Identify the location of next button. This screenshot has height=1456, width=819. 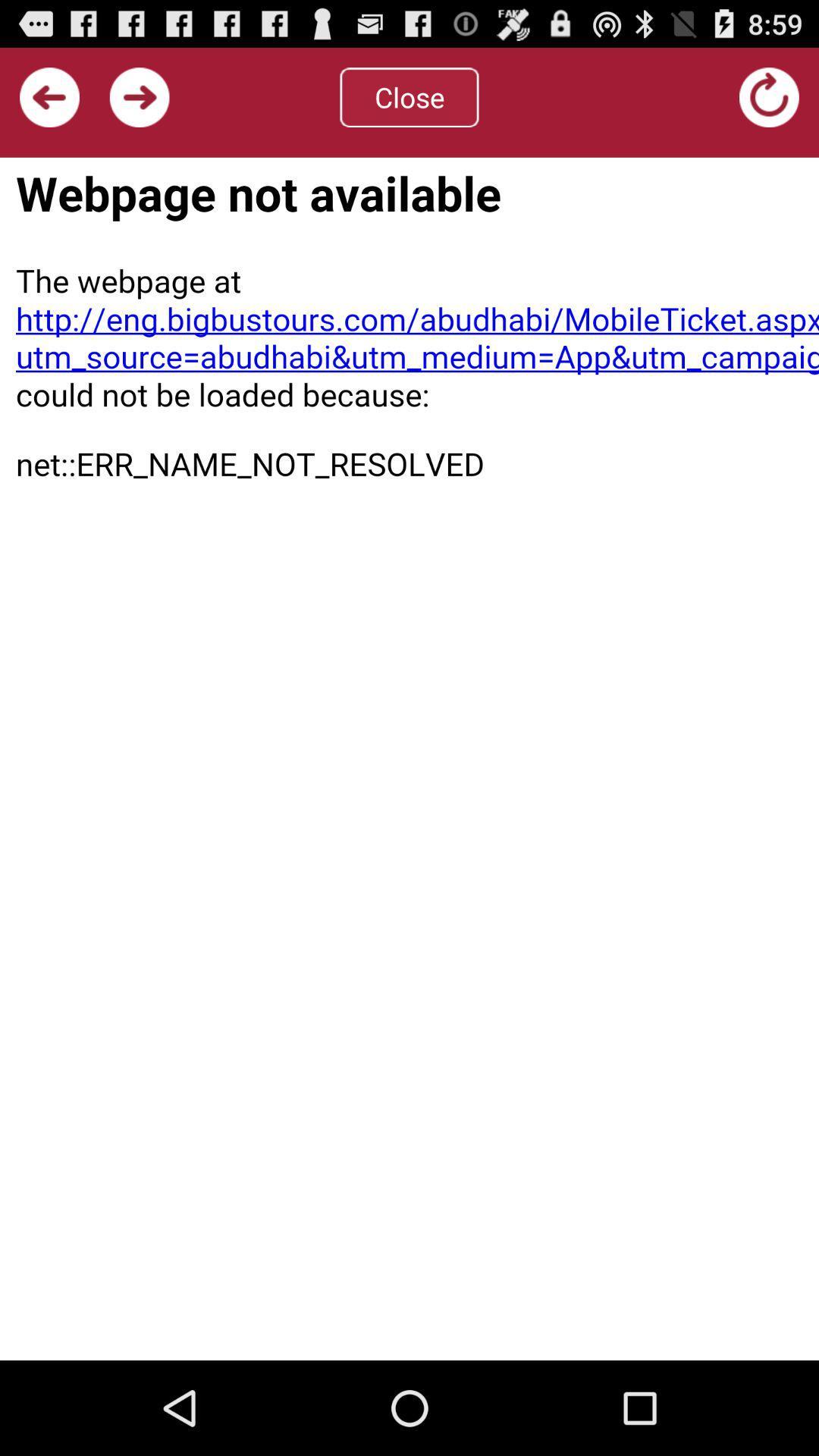
(140, 96).